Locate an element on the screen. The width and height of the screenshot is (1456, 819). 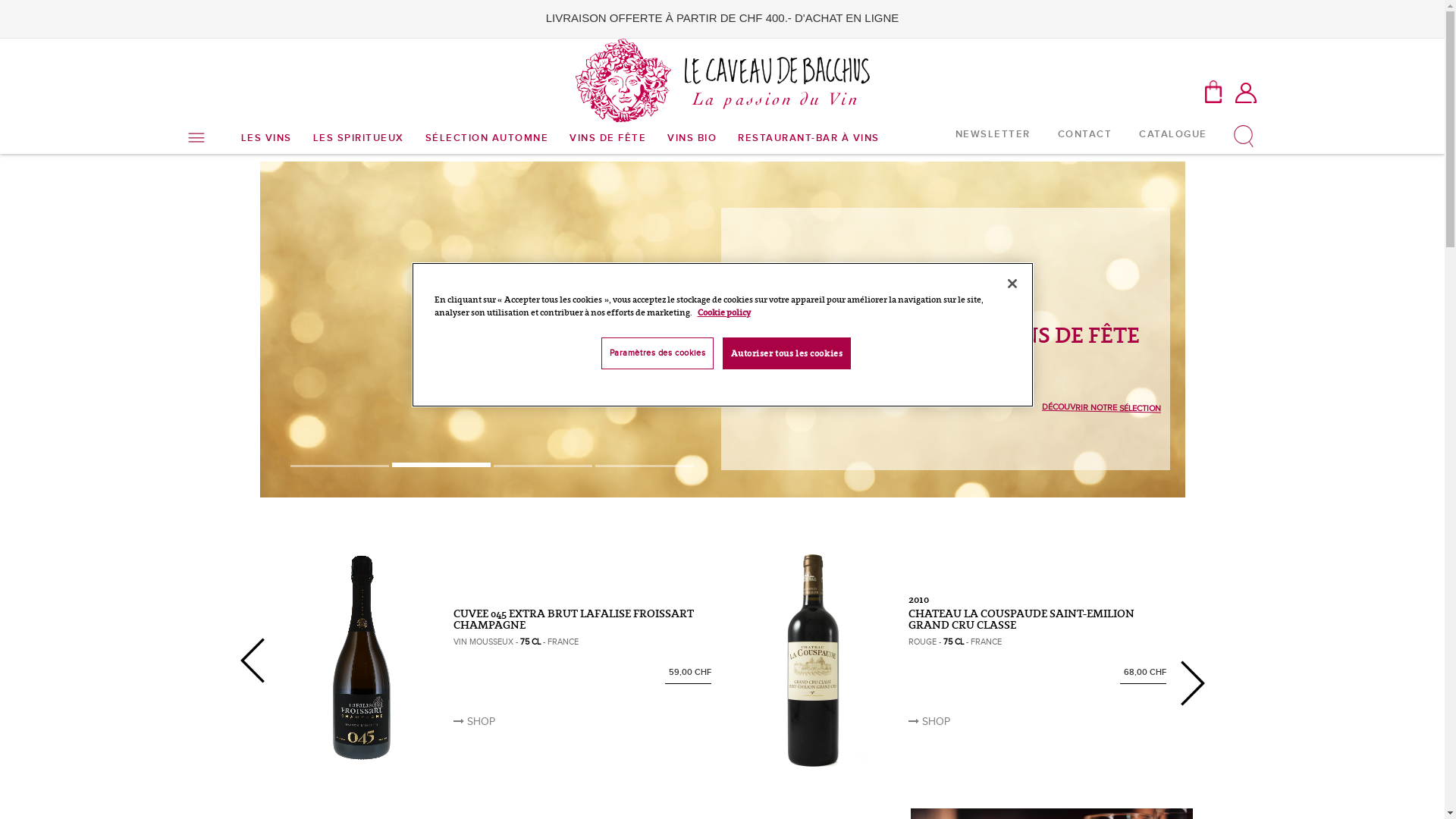
'Next' is located at coordinates (1191, 683).